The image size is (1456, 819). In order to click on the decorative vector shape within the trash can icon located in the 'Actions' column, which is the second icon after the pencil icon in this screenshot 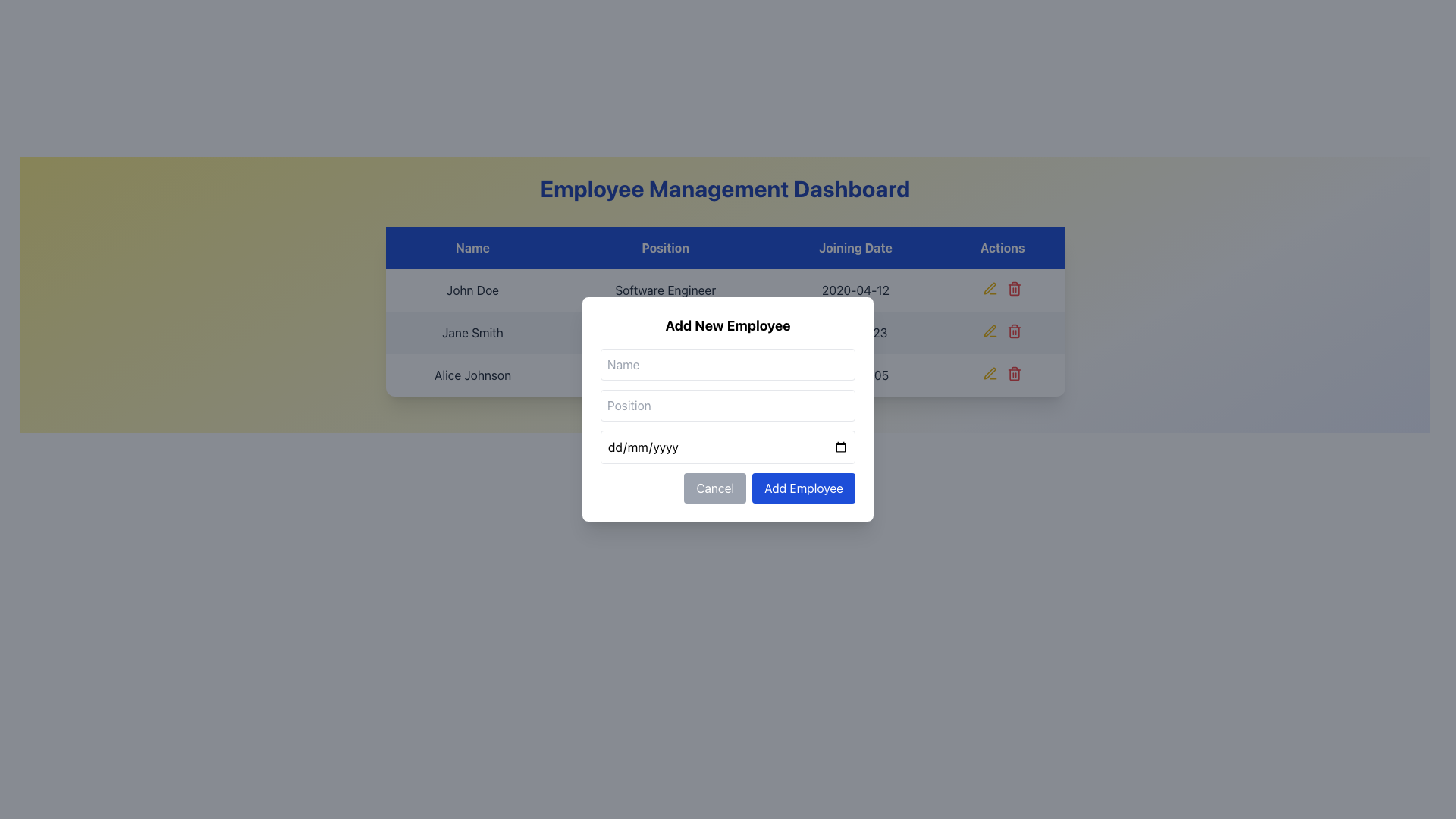, I will do `click(1015, 331)`.